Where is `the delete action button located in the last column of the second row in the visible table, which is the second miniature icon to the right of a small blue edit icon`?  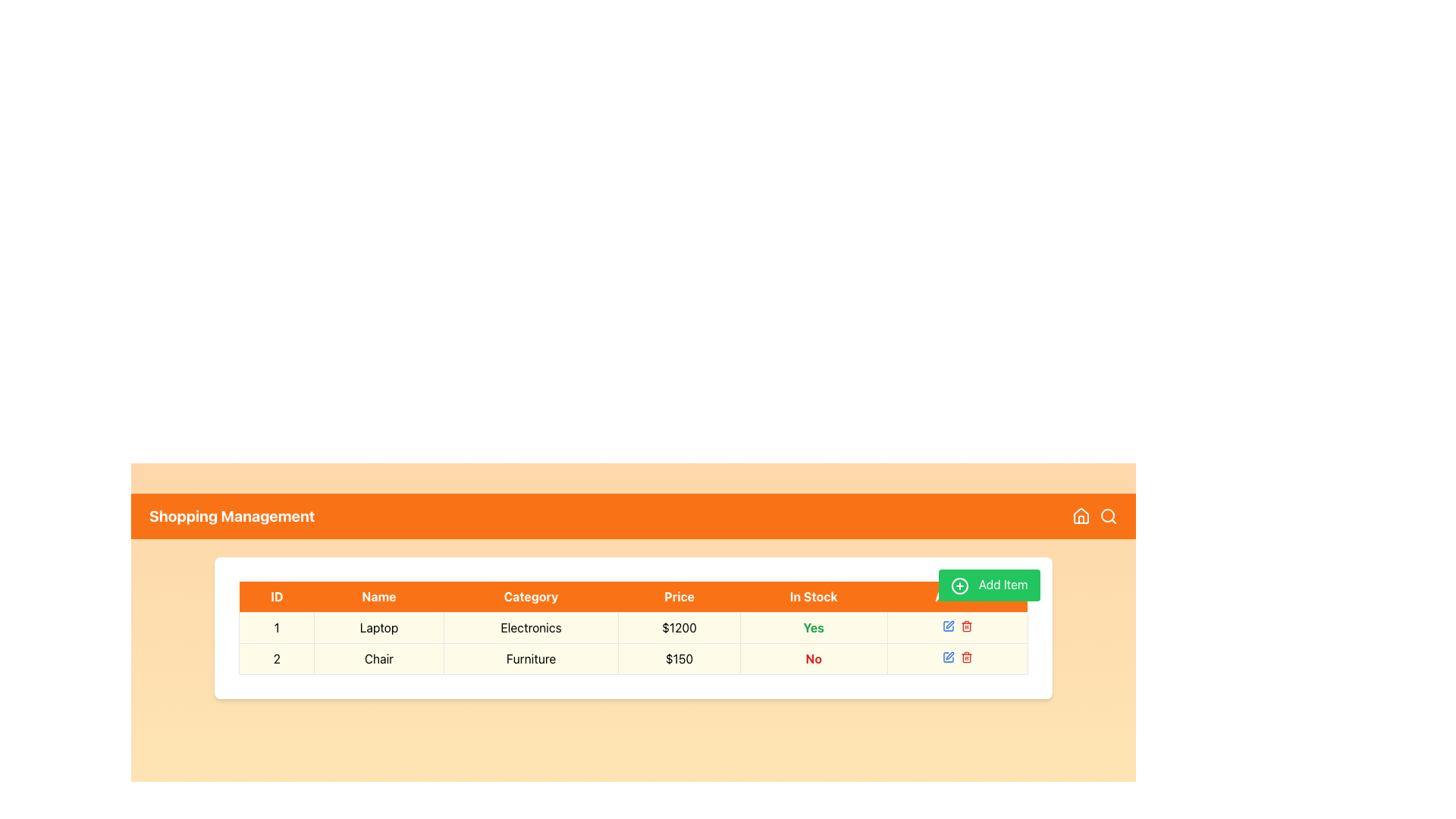
the delete action button located in the last column of the second row in the visible table, which is the second miniature icon to the right of a small blue edit icon is located at coordinates (965, 626).